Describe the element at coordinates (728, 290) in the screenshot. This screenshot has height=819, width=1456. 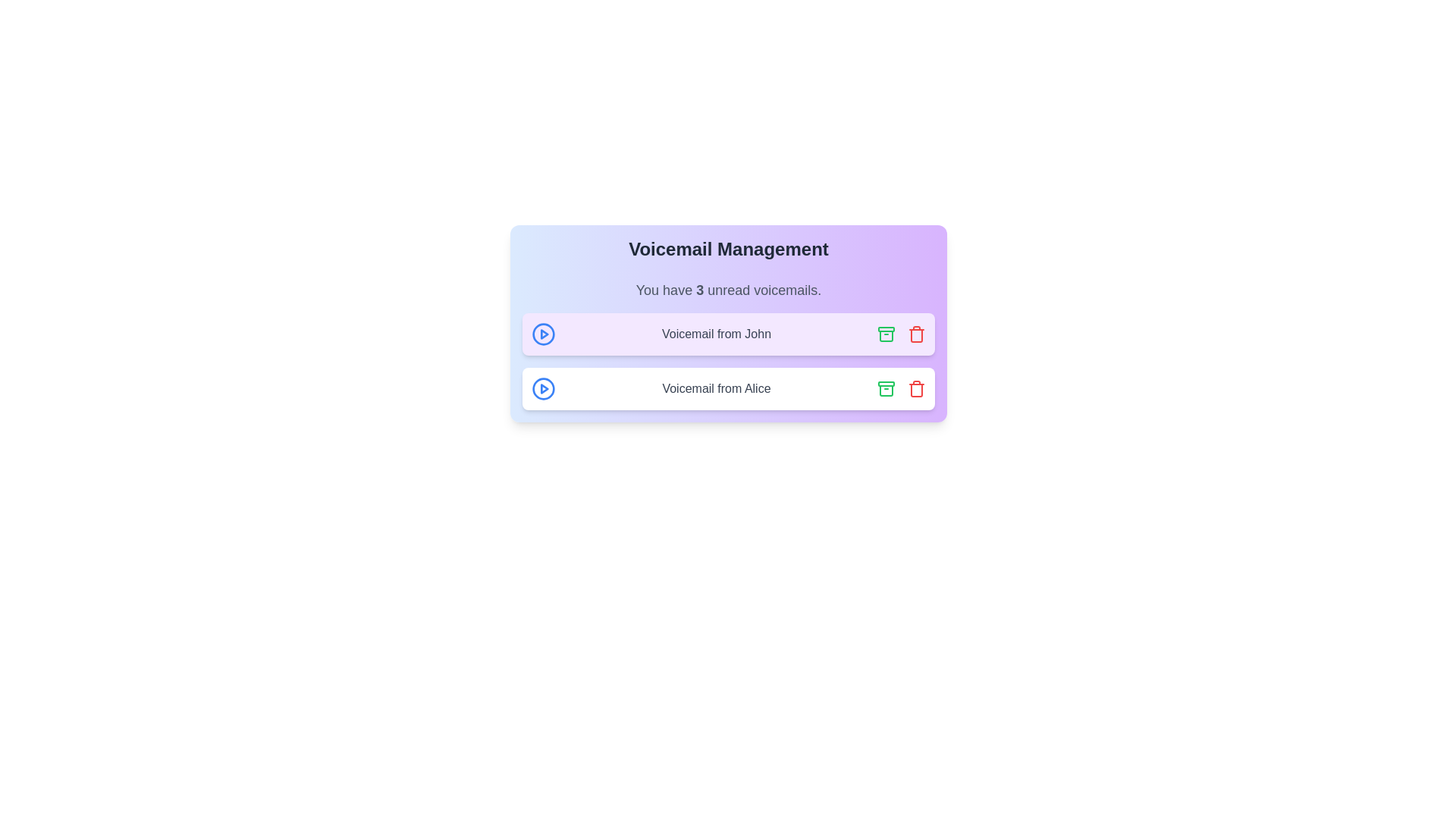
I see `information displayed in the Text label that indicates the count of unread voicemails, located in the 'Voicemail Management' card, positioned below the title and above the list of voicemails` at that location.